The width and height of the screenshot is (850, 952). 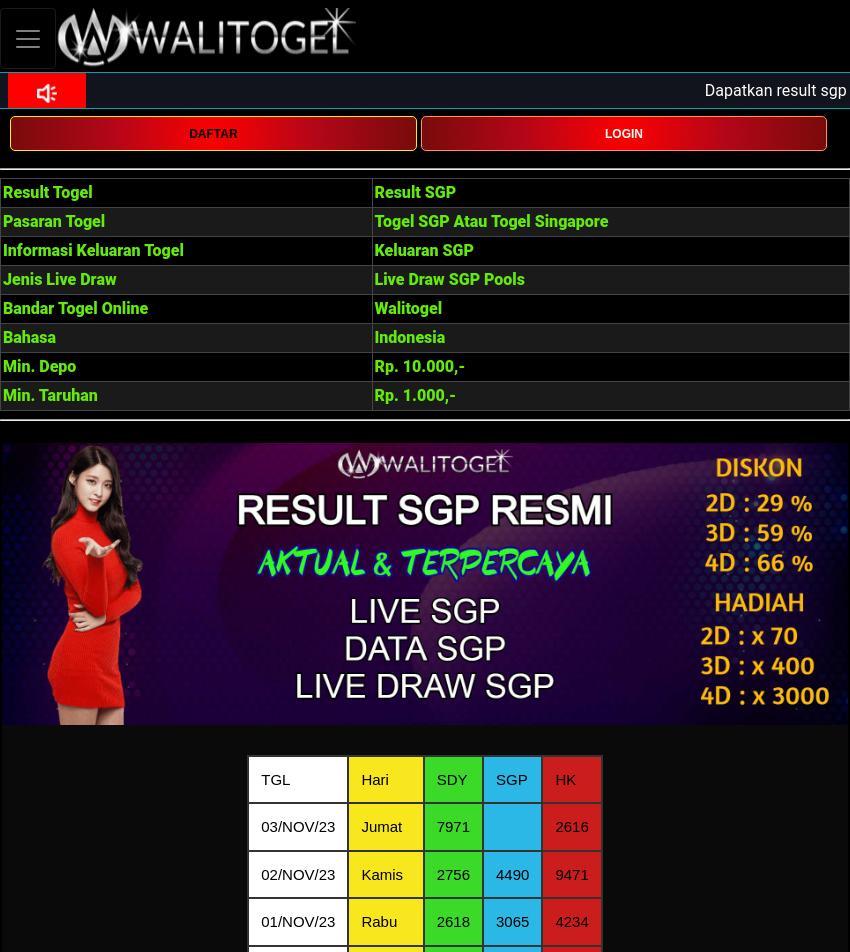 What do you see at coordinates (1, 395) in the screenshot?
I see `'Min. Taruhan'` at bounding box center [1, 395].